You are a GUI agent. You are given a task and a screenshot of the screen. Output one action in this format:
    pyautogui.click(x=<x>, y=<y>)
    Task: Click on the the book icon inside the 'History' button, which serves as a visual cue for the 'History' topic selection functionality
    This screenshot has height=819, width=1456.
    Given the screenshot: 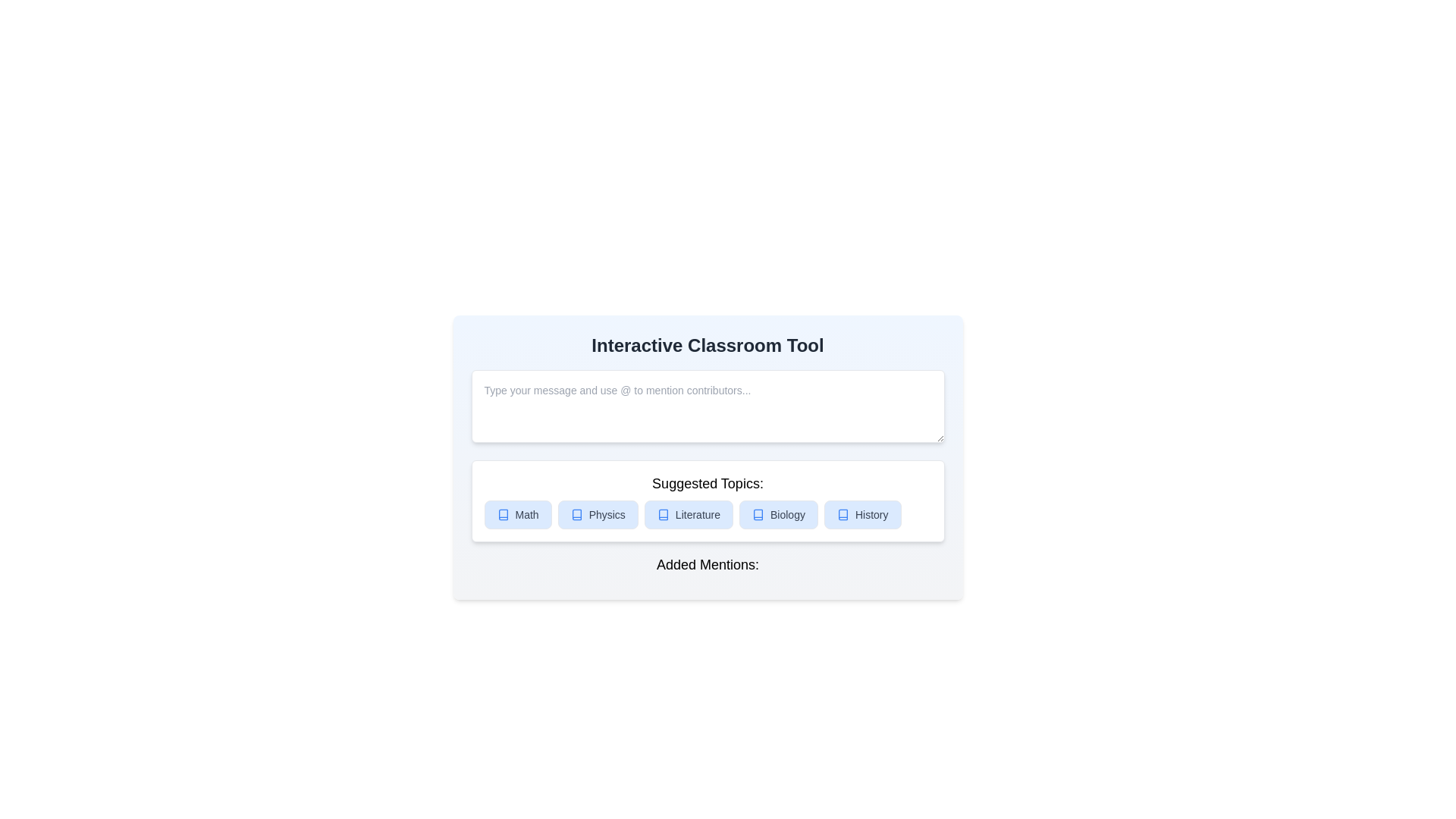 What is the action you would take?
    pyautogui.click(x=842, y=513)
    